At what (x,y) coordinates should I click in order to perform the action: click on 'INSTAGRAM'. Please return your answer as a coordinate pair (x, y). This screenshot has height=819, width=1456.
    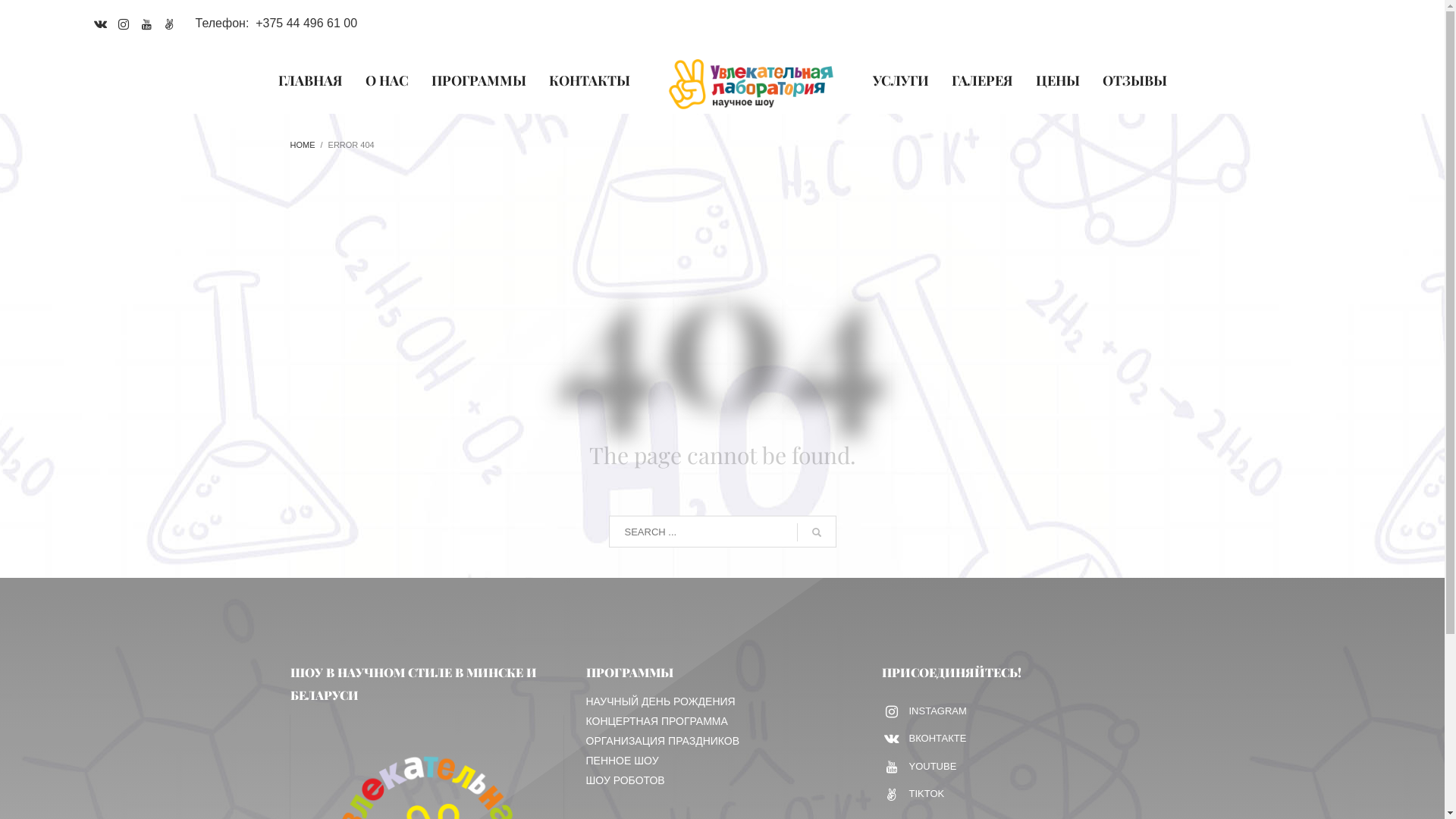
    Looking at the image, I should click on (924, 711).